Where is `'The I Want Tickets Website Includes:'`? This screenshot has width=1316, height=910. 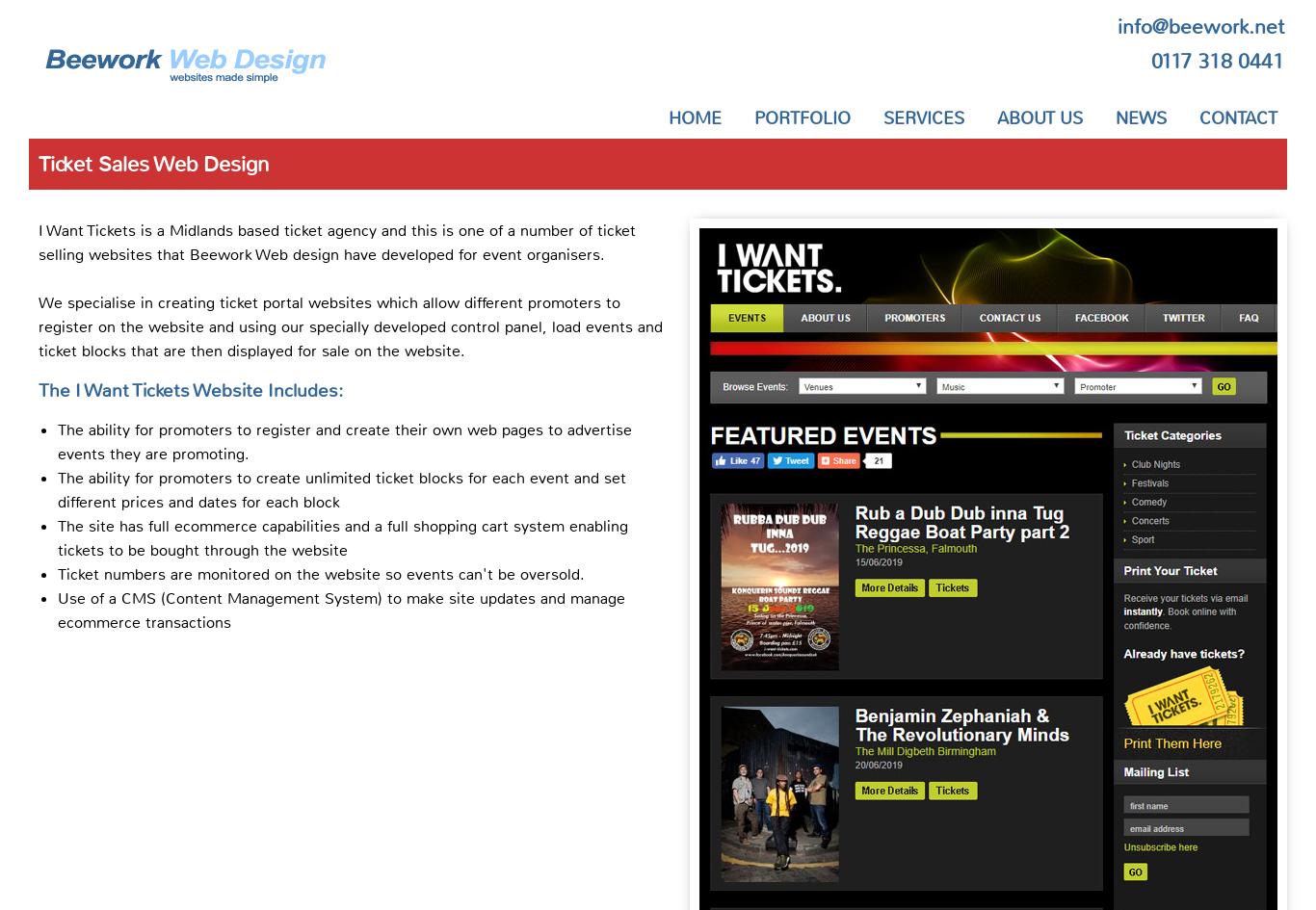 'The I Want Tickets Website Includes:' is located at coordinates (189, 388).